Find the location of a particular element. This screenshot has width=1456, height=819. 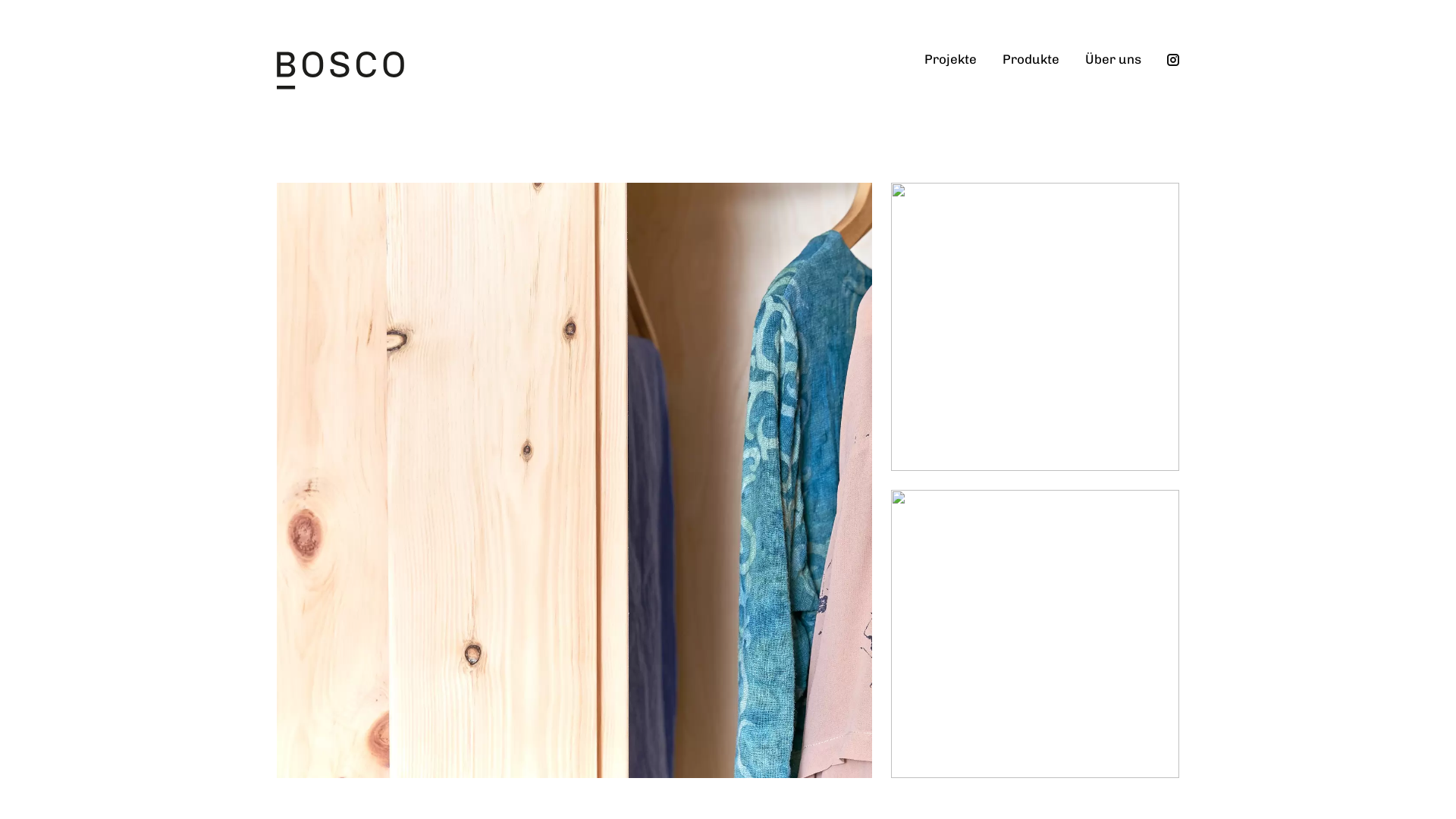

'Produkte' is located at coordinates (990, 72).